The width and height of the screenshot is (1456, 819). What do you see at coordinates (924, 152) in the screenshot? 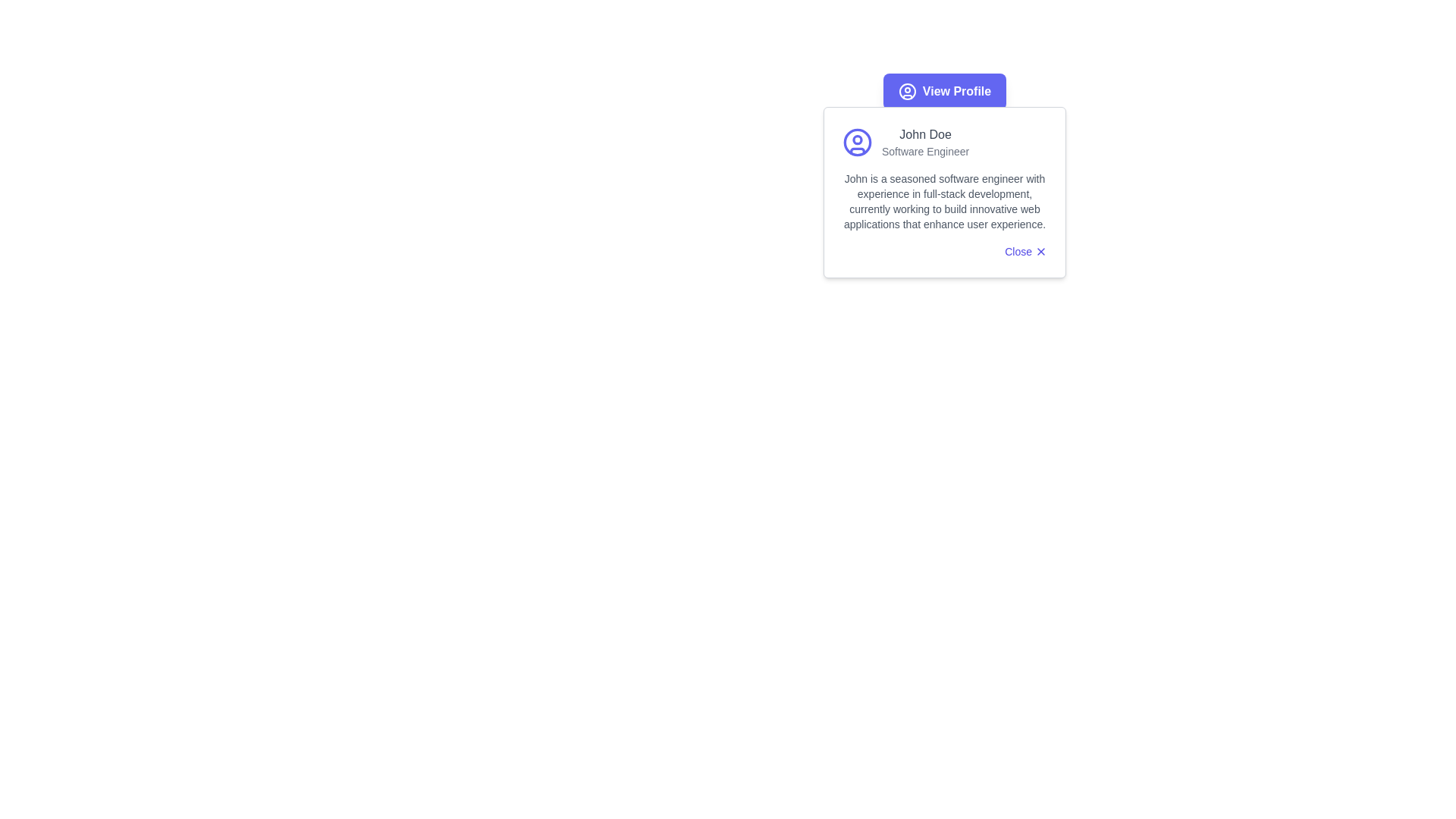
I see `text label displaying 'Software Engineer' which is styled in a small, gray font and located directly below the name 'John Doe' within a boxed card interface` at bounding box center [924, 152].